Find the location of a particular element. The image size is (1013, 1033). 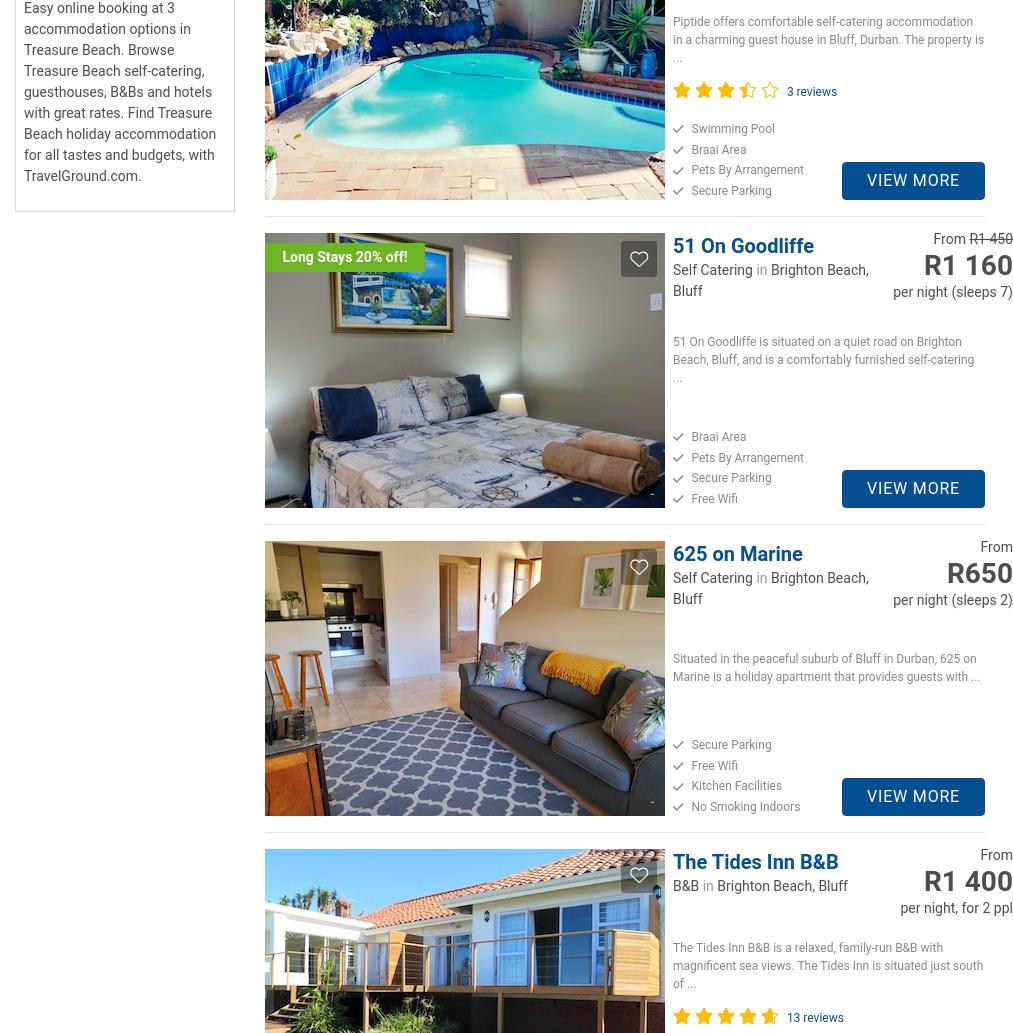

'B&B' is located at coordinates (686, 883).